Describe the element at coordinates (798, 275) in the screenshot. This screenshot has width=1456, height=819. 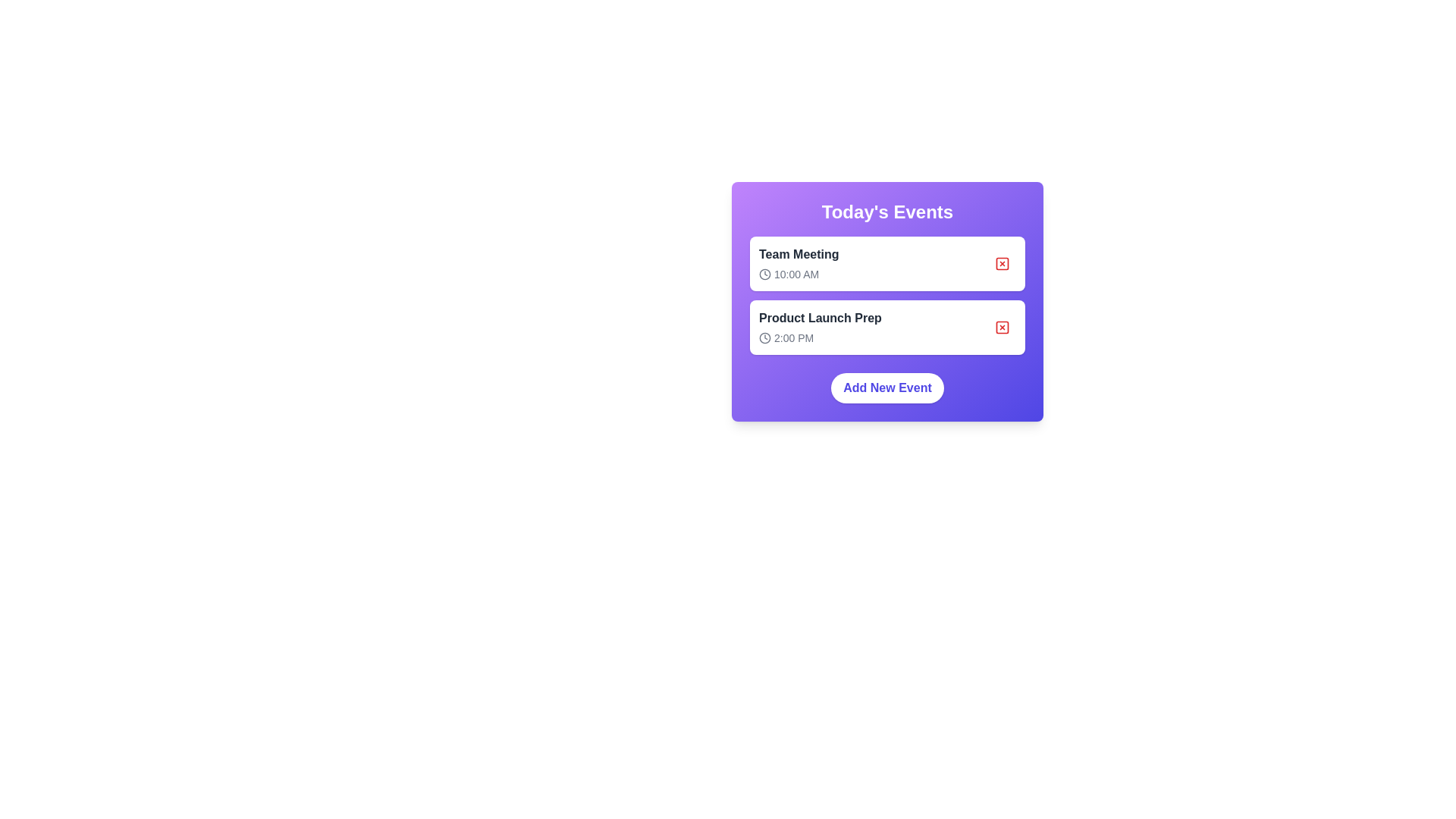
I see `the Label with the text '10:00 AM' and clock icon, located under the 'Team Meeting' heading in the first event card of 'Today's Events'` at that location.